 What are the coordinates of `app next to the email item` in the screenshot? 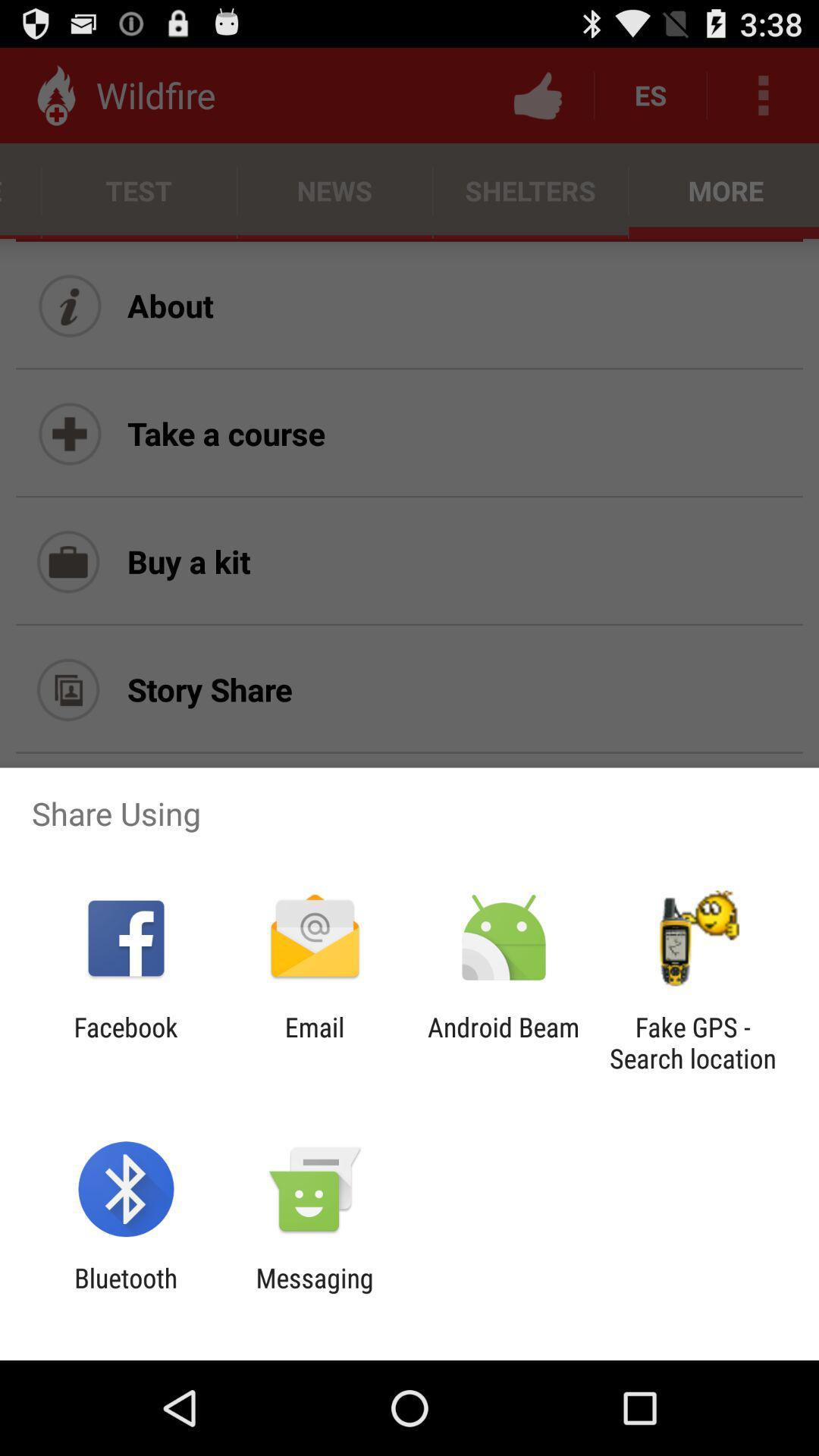 It's located at (125, 1042).